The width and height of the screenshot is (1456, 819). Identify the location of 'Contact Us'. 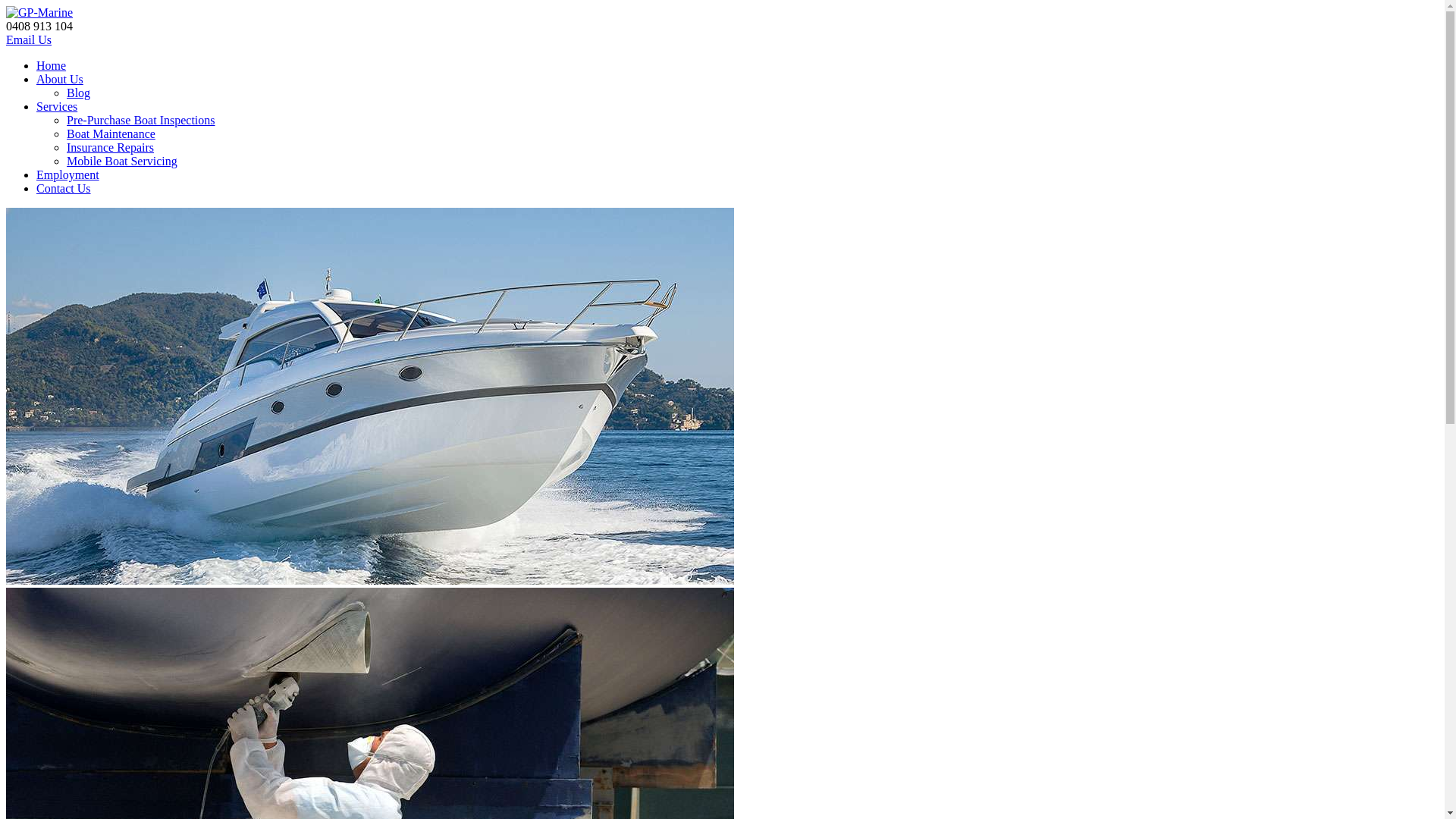
(62, 187).